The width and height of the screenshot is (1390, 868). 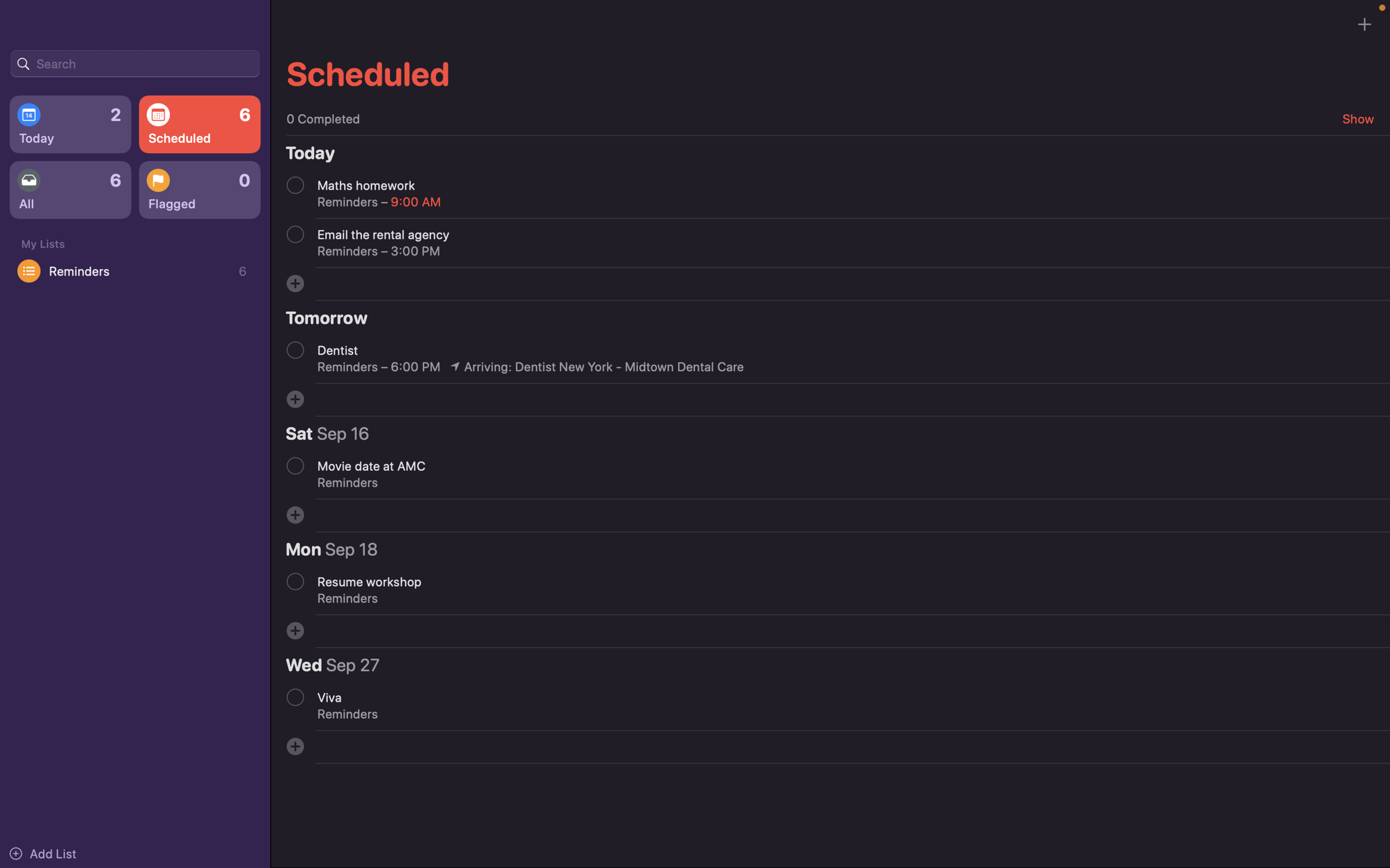 What do you see at coordinates (69, 125) in the screenshot?
I see `View all the events for today` at bounding box center [69, 125].